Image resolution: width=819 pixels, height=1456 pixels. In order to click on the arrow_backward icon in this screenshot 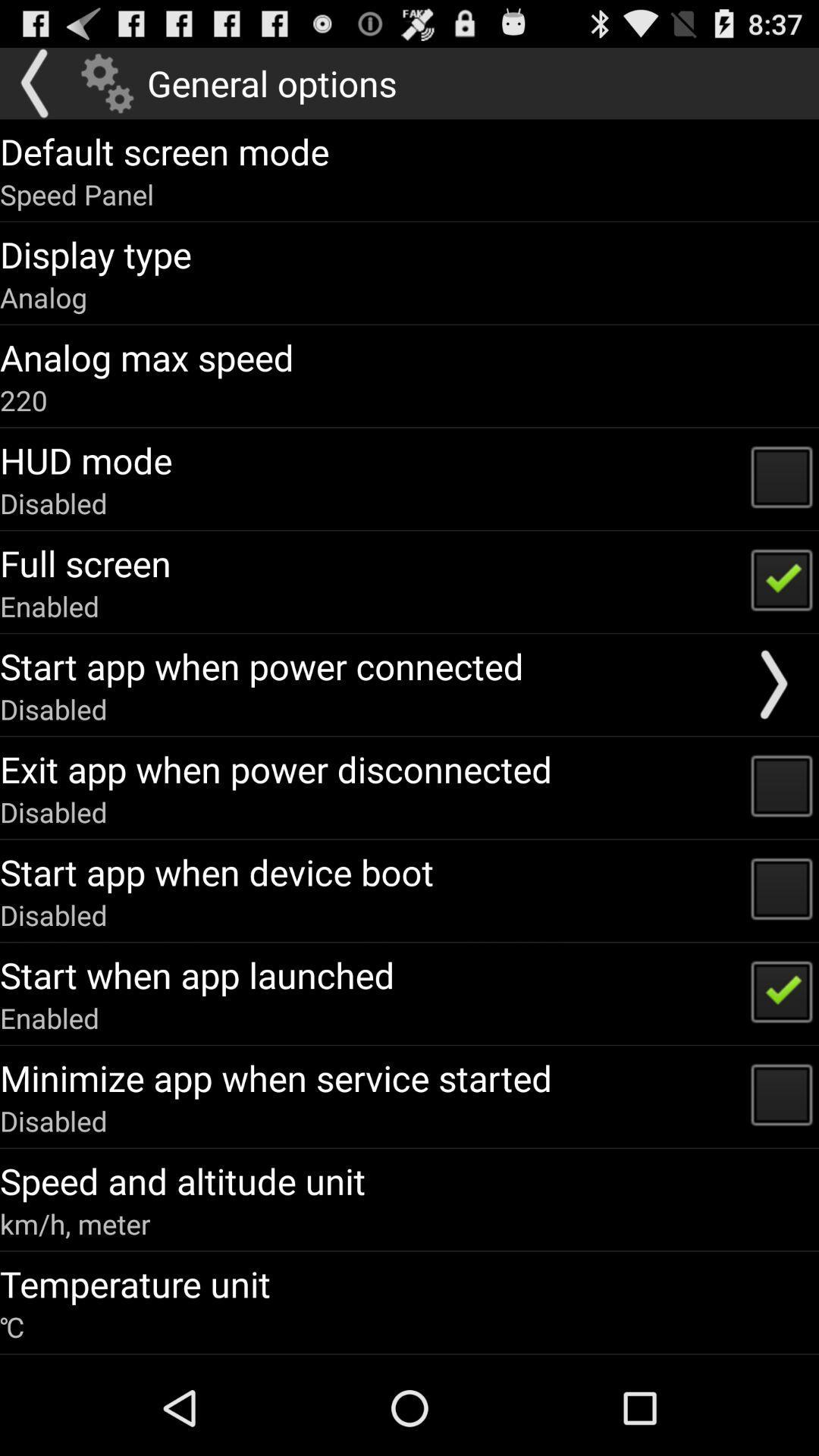, I will do `click(35, 89)`.